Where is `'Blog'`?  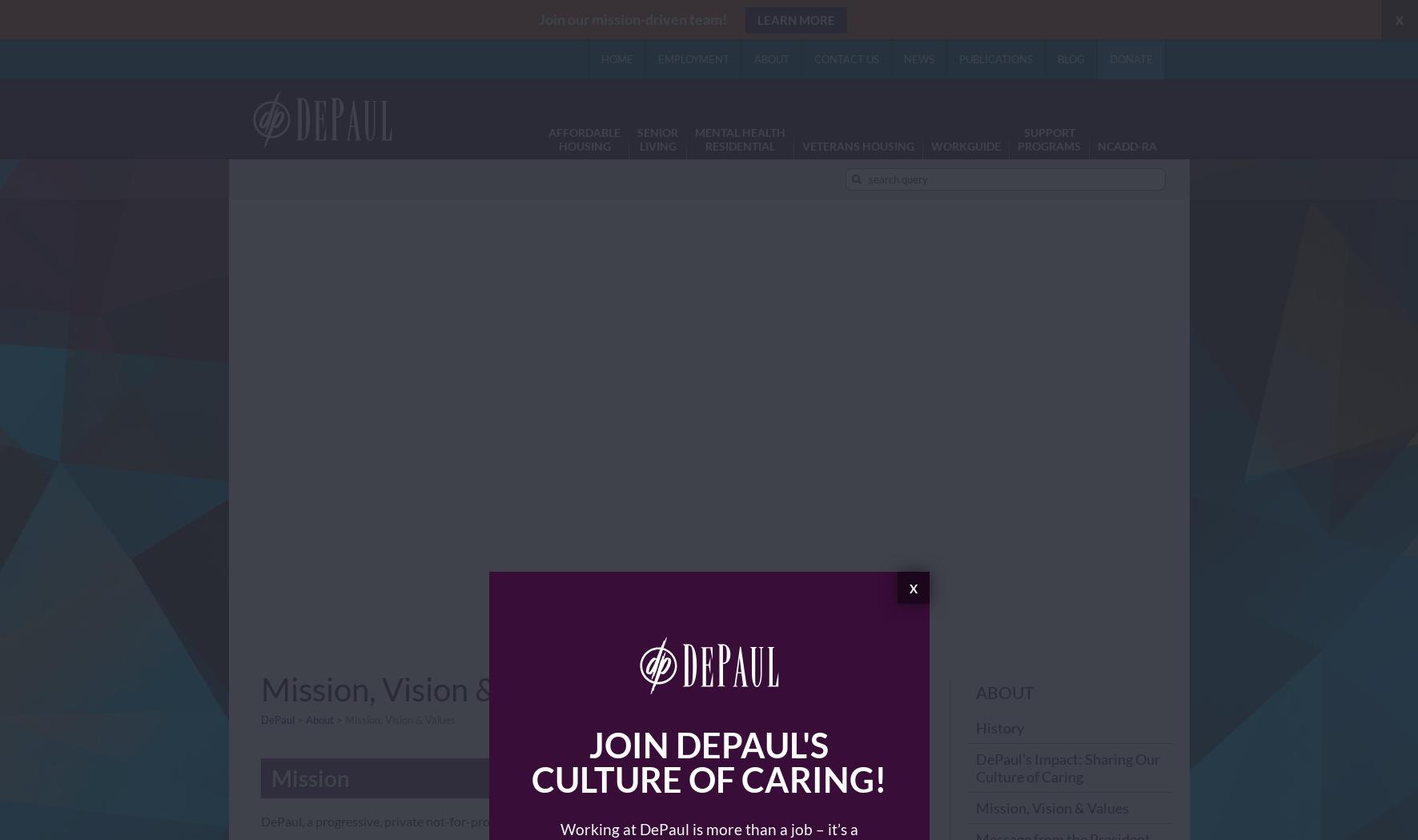 'Blog' is located at coordinates (1069, 58).